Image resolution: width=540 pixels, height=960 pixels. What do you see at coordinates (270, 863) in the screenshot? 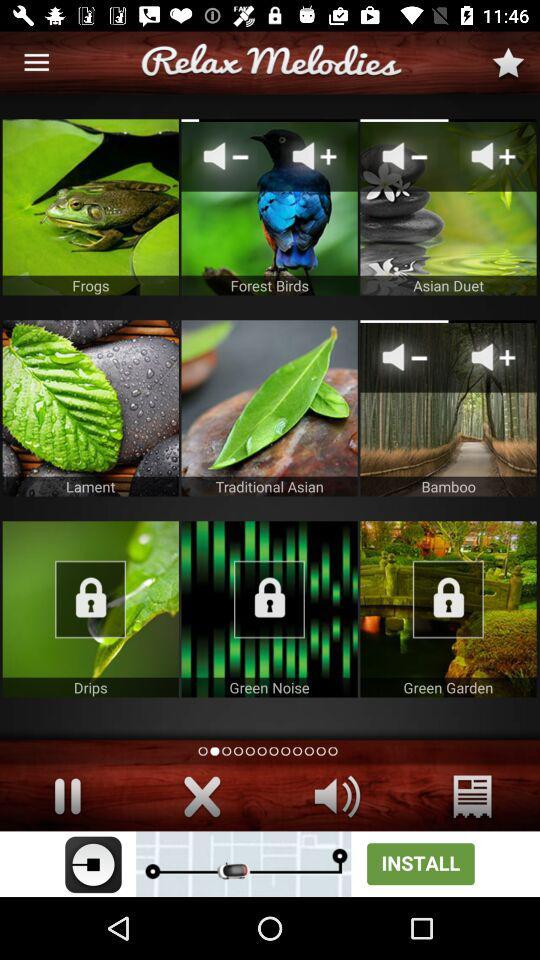
I see `advertisement` at bounding box center [270, 863].